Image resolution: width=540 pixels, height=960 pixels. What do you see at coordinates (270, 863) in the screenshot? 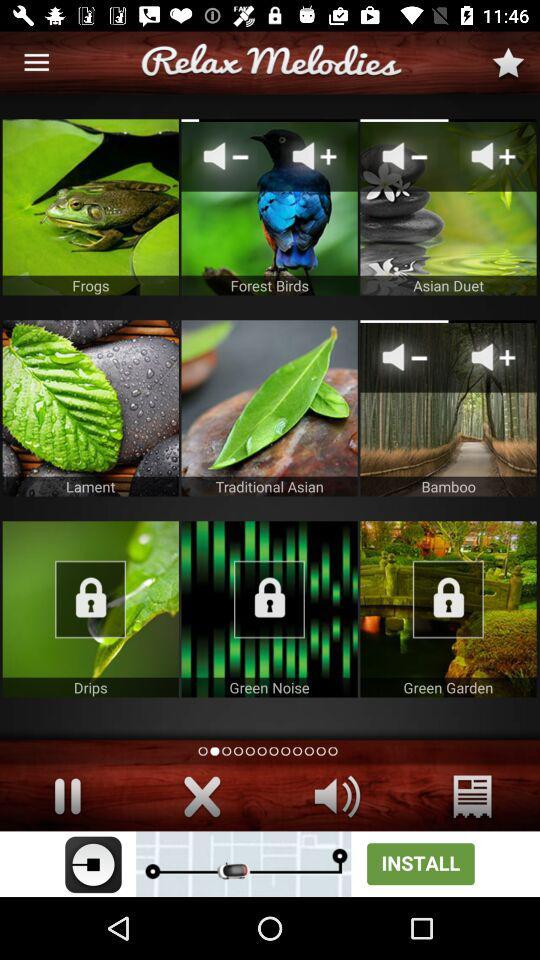
I see `advertisement` at bounding box center [270, 863].